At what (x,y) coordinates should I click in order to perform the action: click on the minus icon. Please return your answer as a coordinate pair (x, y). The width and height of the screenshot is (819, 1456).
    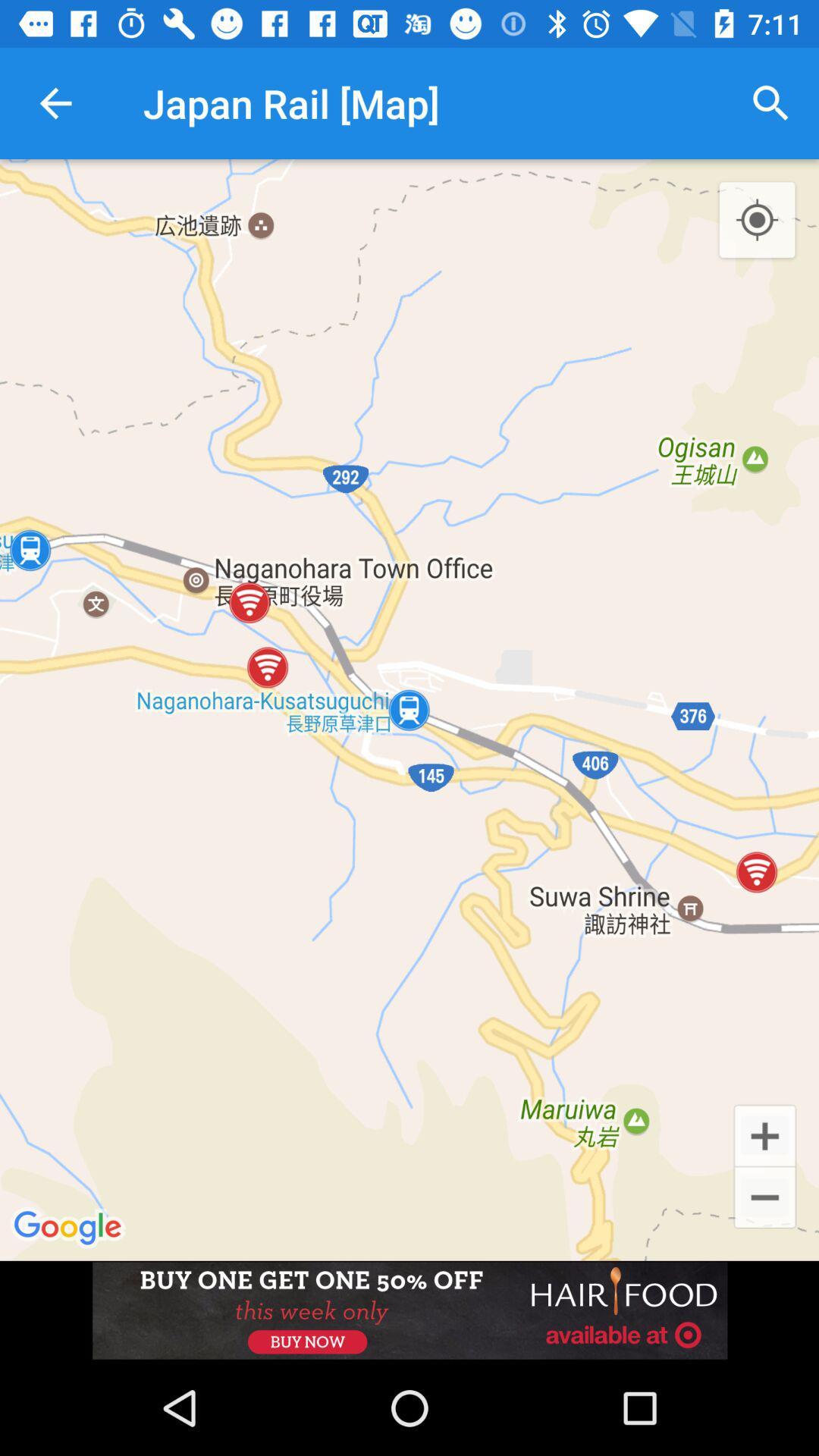
    Looking at the image, I should click on (764, 1197).